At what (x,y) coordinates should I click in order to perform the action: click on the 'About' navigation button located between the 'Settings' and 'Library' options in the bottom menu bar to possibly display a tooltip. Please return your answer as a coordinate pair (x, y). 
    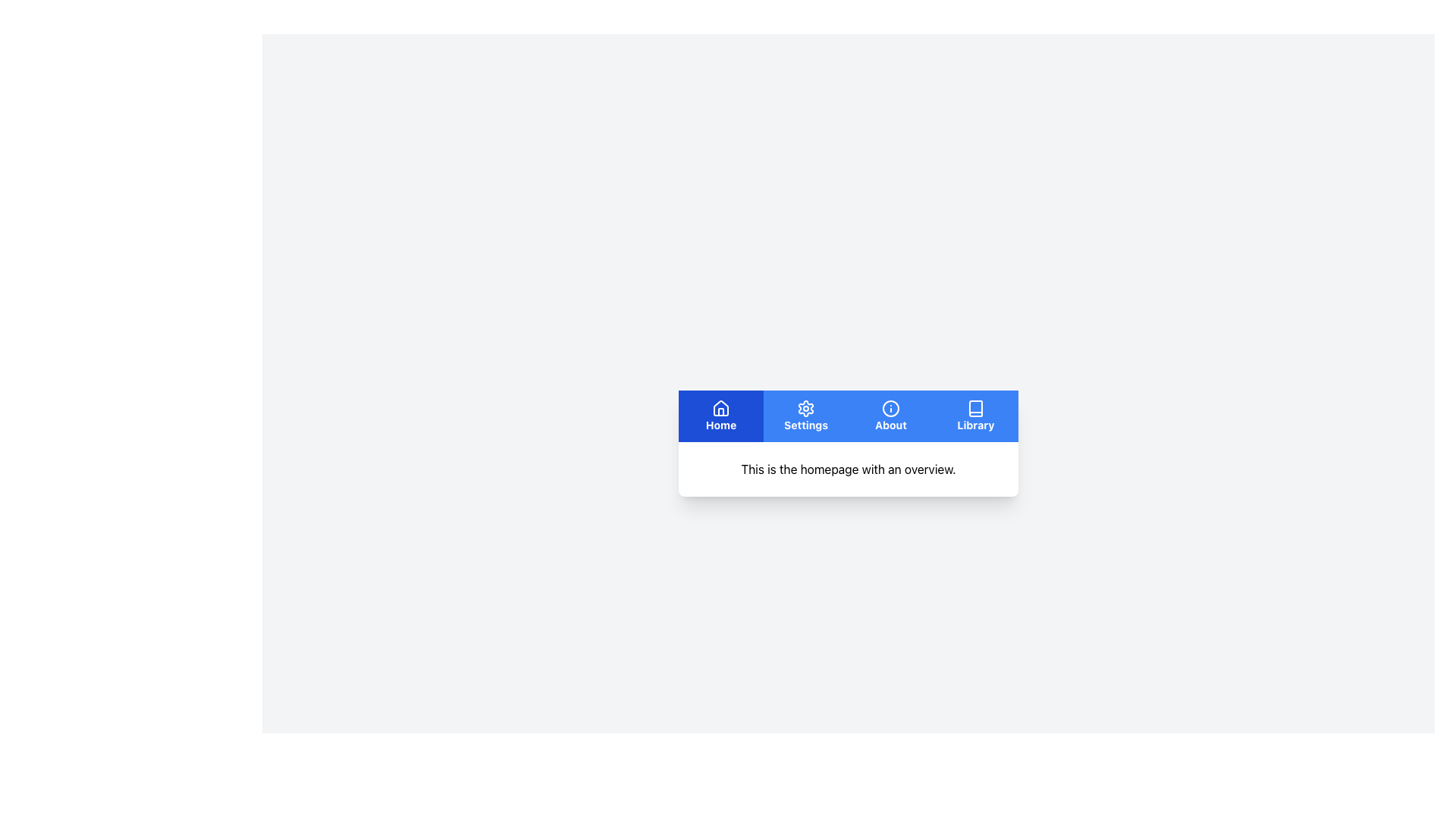
    Looking at the image, I should click on (891, 416).